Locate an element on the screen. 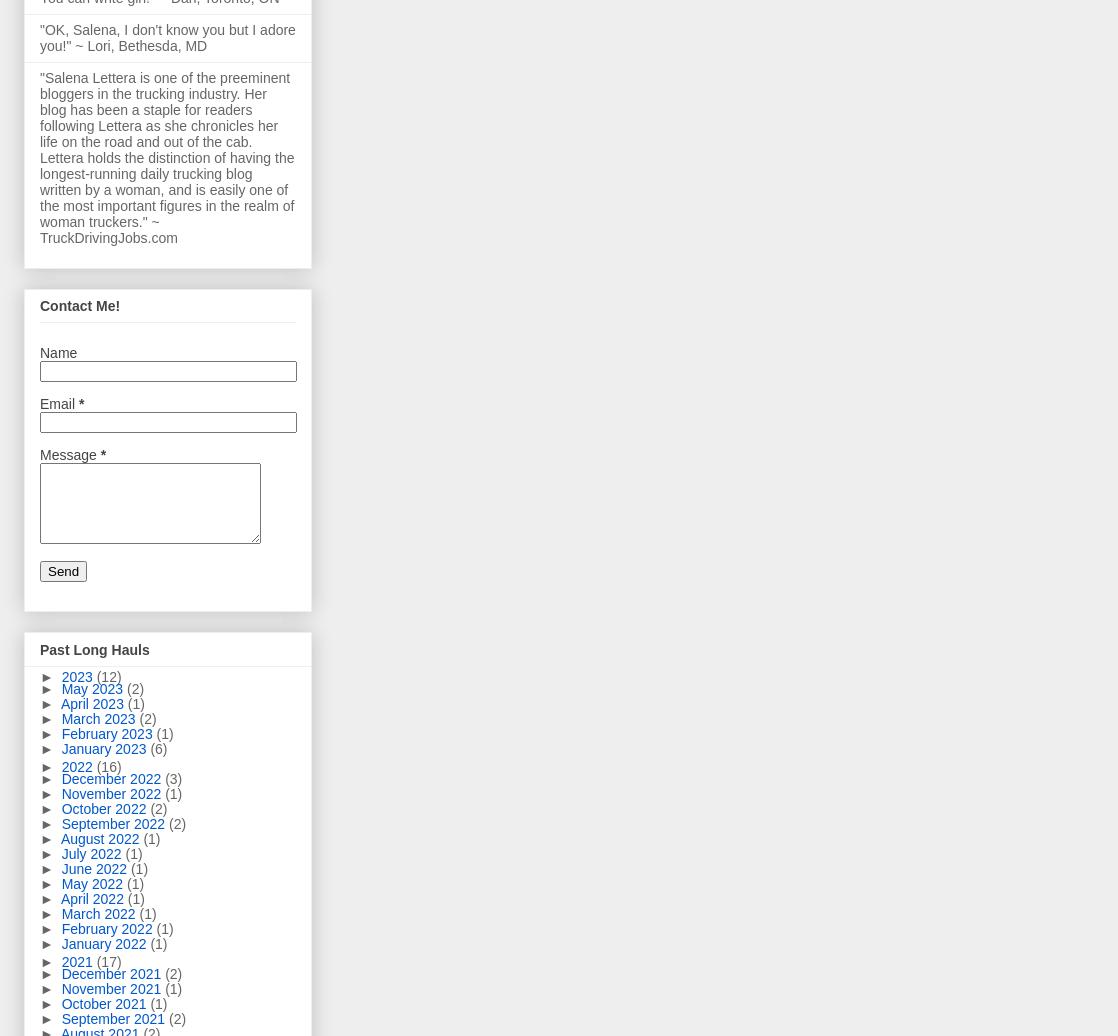 The height and width of the screenshot is (1036, 1118). 'March 2022' is located at coordinates (99, 913).